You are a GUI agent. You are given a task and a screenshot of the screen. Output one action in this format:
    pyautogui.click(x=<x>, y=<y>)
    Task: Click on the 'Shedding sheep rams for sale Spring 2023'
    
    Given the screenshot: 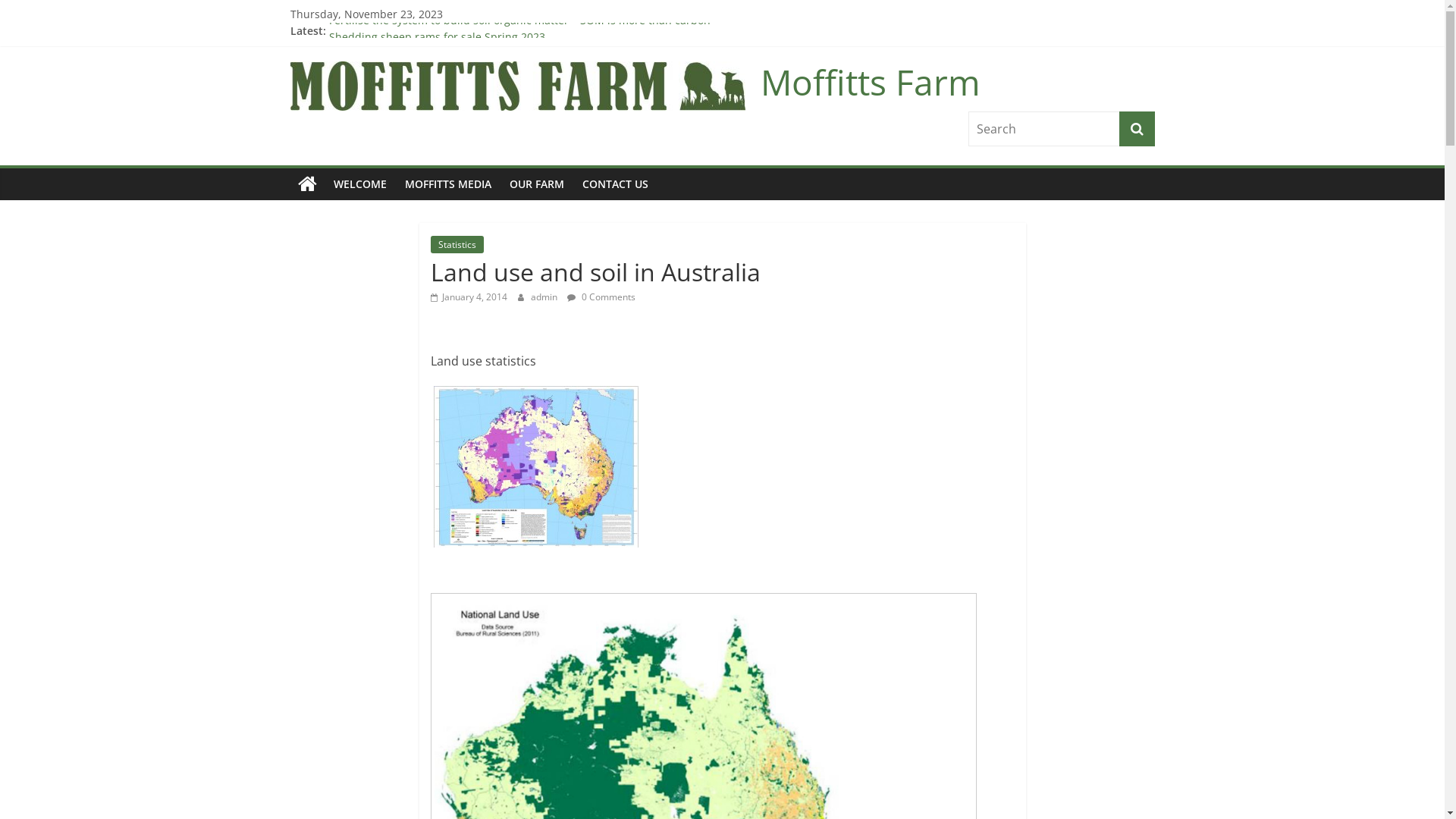 What is the action you would take?
    pyautogui.click(x=436, y=30)
    